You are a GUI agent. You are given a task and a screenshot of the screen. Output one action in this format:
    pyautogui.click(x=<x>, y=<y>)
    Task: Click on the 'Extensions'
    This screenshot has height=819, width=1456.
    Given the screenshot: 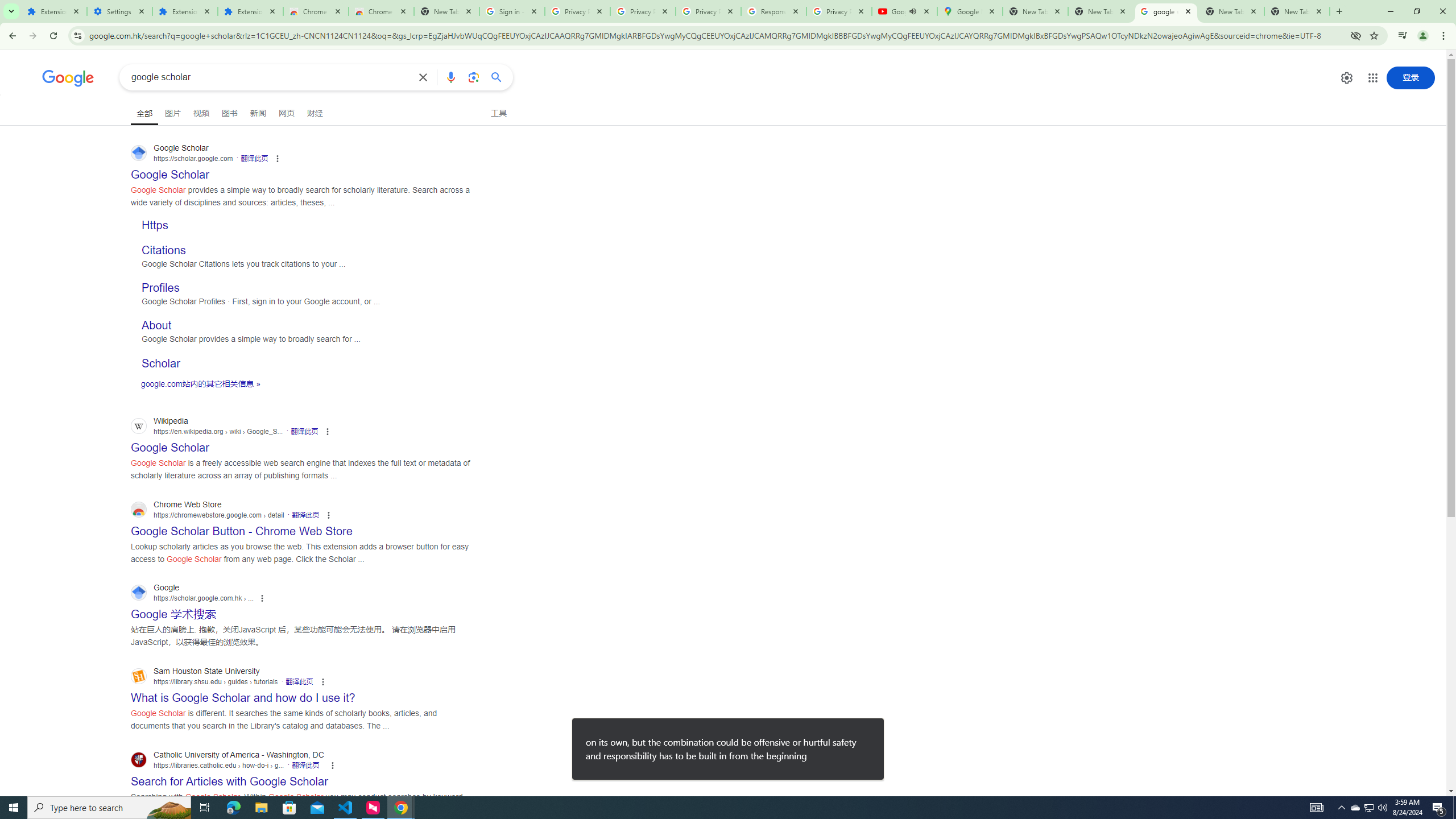 What is the action you would take?
    pyautogui.click(x=53, y=11)
    